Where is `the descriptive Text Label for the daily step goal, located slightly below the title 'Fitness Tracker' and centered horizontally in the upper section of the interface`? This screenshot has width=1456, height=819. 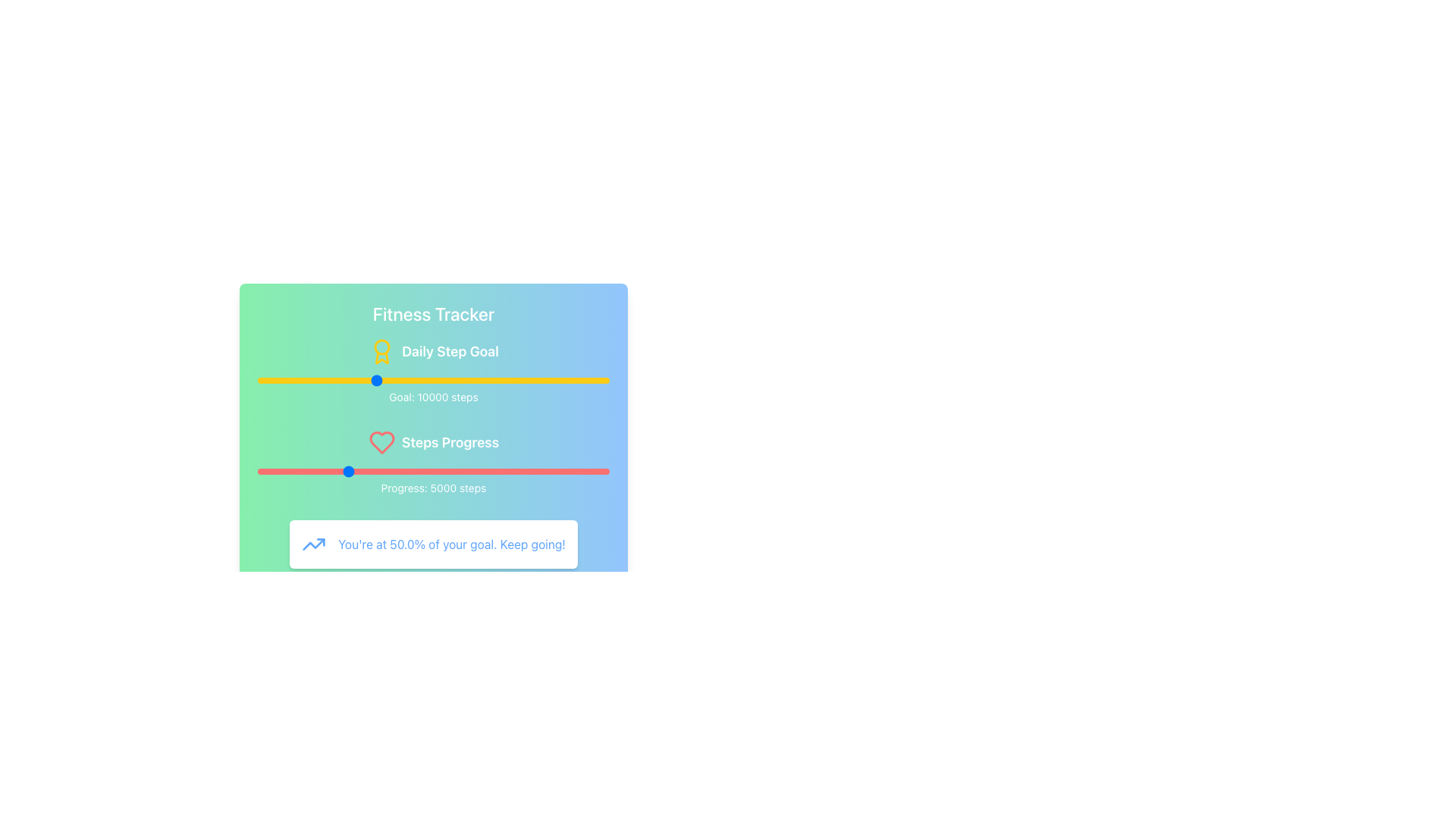 the descriptive Text Label for the daily step goal, located slightly below the title 'Fitness Tracker' and centered horizontally in the upper section of the interface is located at coordinates (450, 351).